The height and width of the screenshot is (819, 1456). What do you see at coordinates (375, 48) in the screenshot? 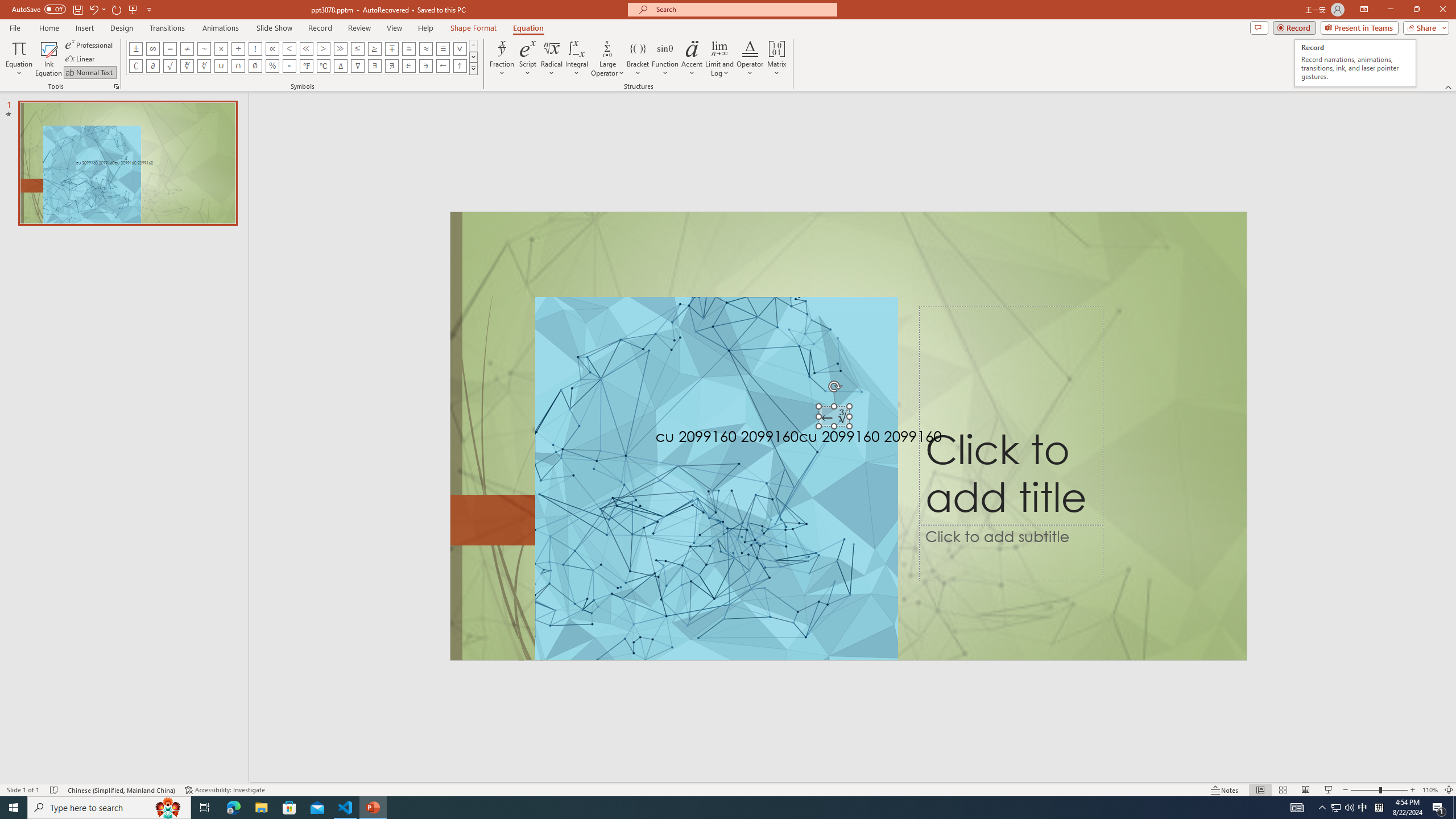
I see `'Equation Symbol Greater Than or Equal To'` at bounding box center [375, 48].